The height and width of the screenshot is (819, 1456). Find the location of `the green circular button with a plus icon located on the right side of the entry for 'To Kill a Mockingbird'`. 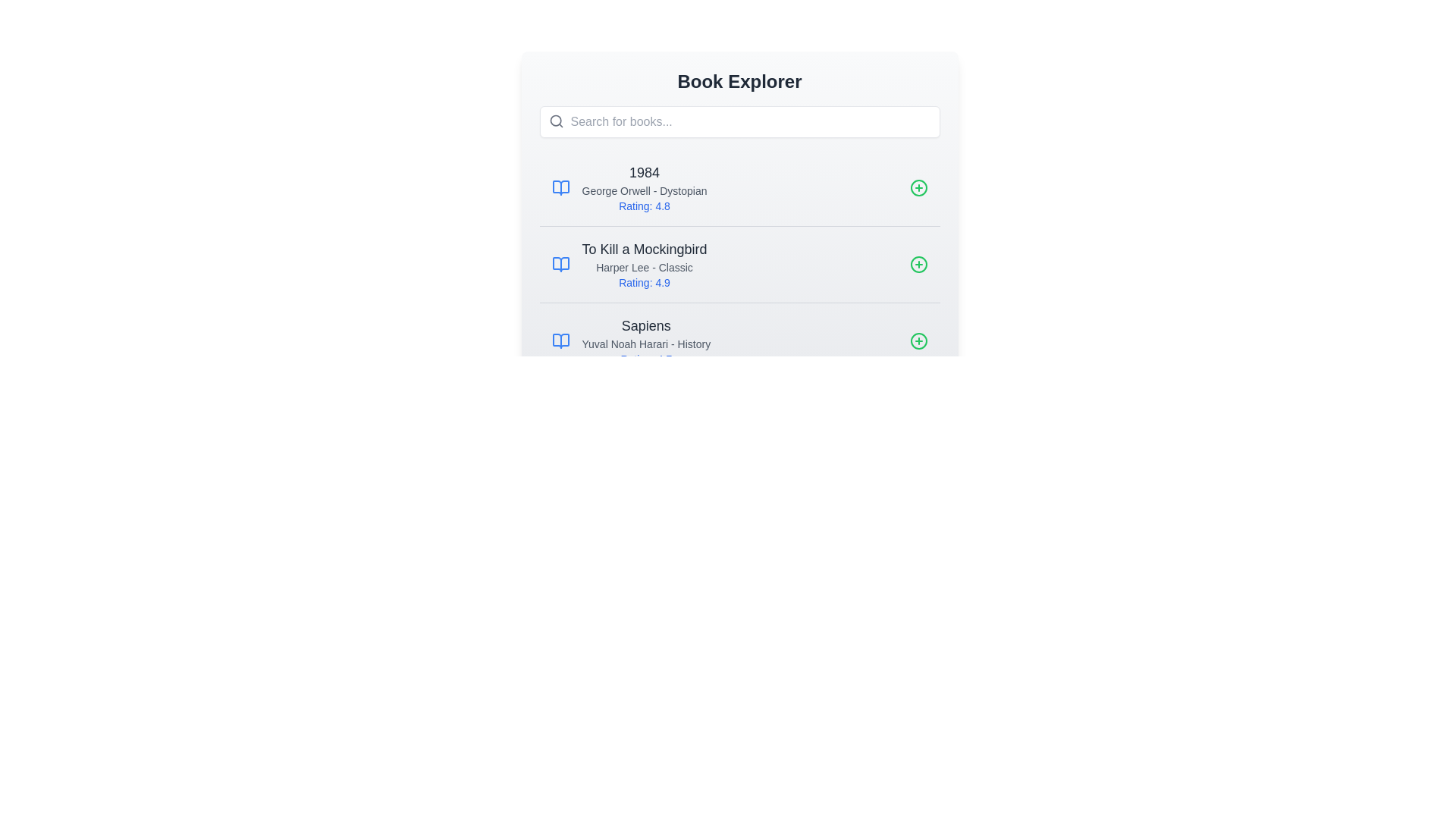

the green circular button with a plus icon located on the right side of the entry for 'To Kill a Mockingbird' is located at coordinates (918, 263).